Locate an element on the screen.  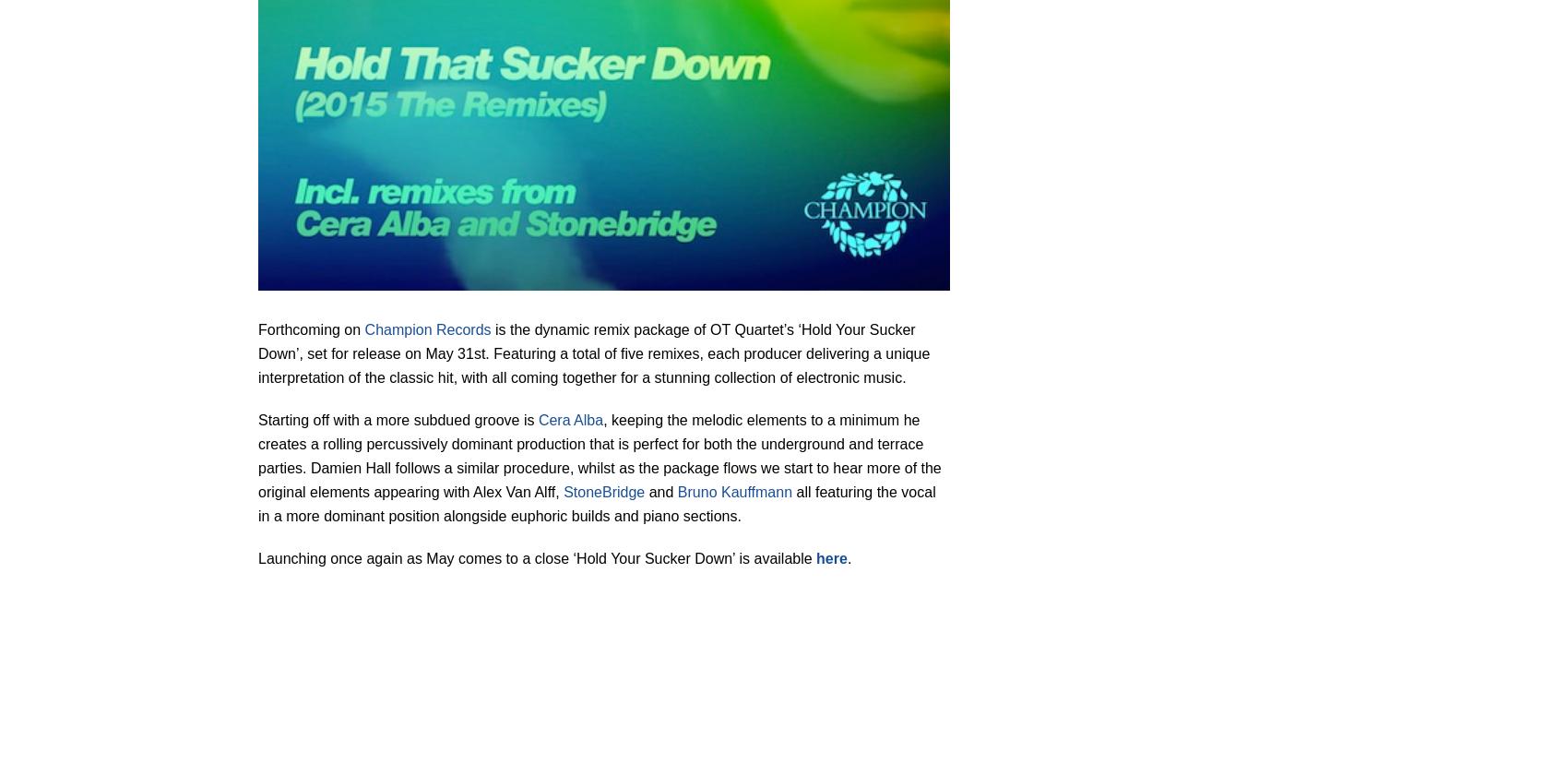
'Forthcoming on' is located at coordinates (310, 328).